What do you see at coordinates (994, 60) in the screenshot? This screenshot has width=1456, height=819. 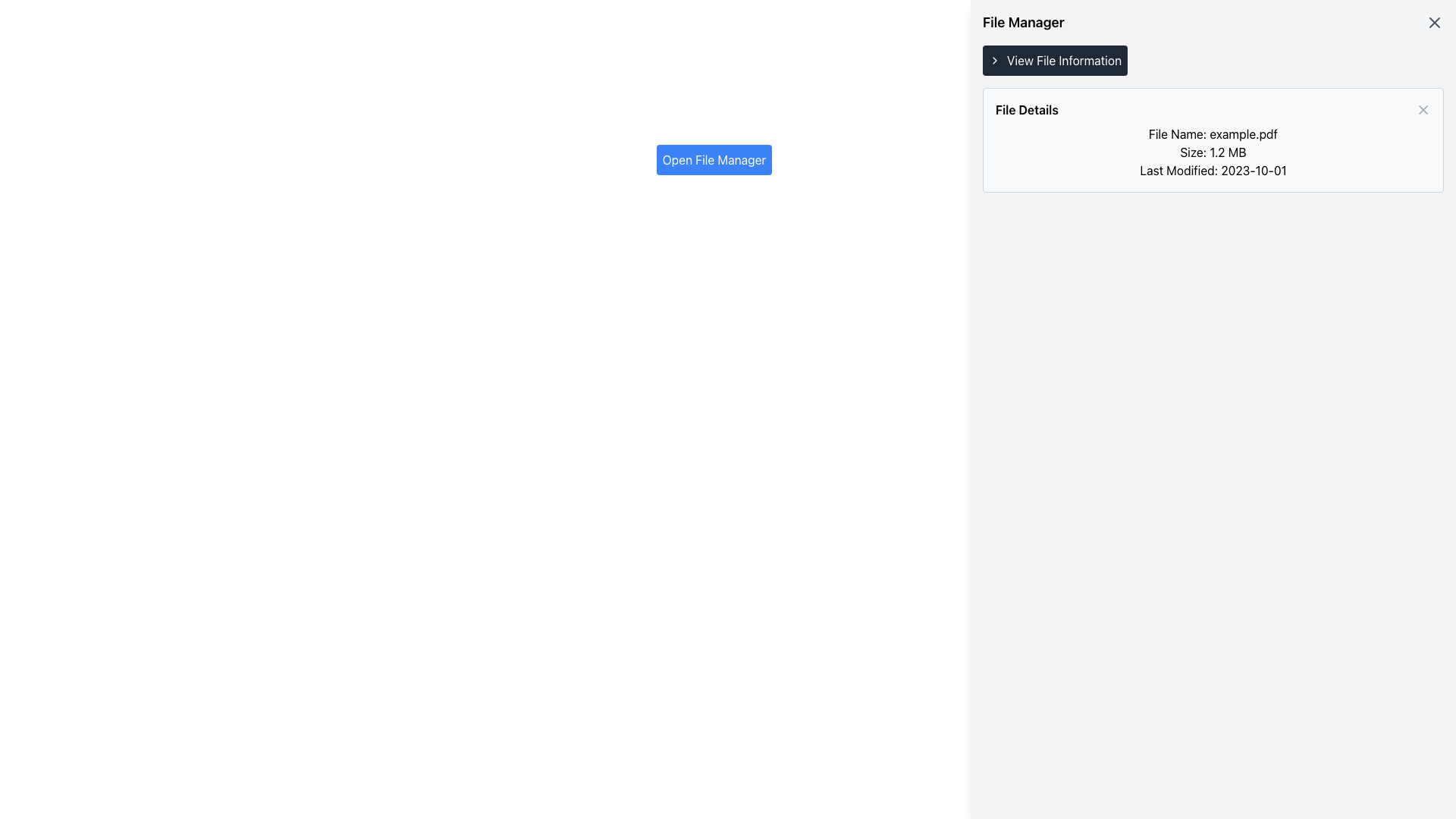 I see `the decorative icon located to the left of the text within the 'View File Information' button in the right-side panel` at bounding box center [994, 60].